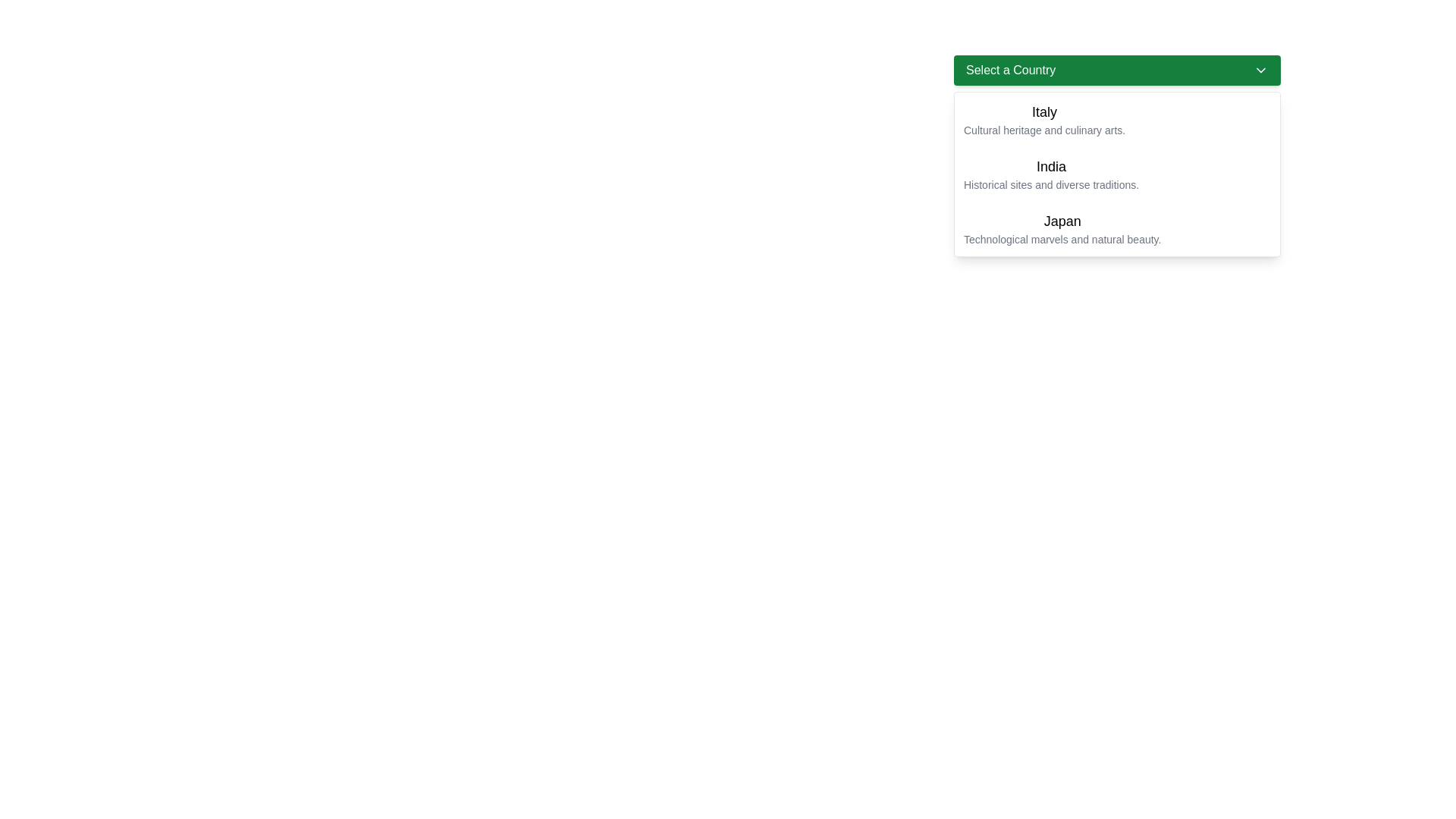  I want to click on the third selectable item in the 'Select a Country' dropdown menu labeled 'Japan', so click(1062, 228).